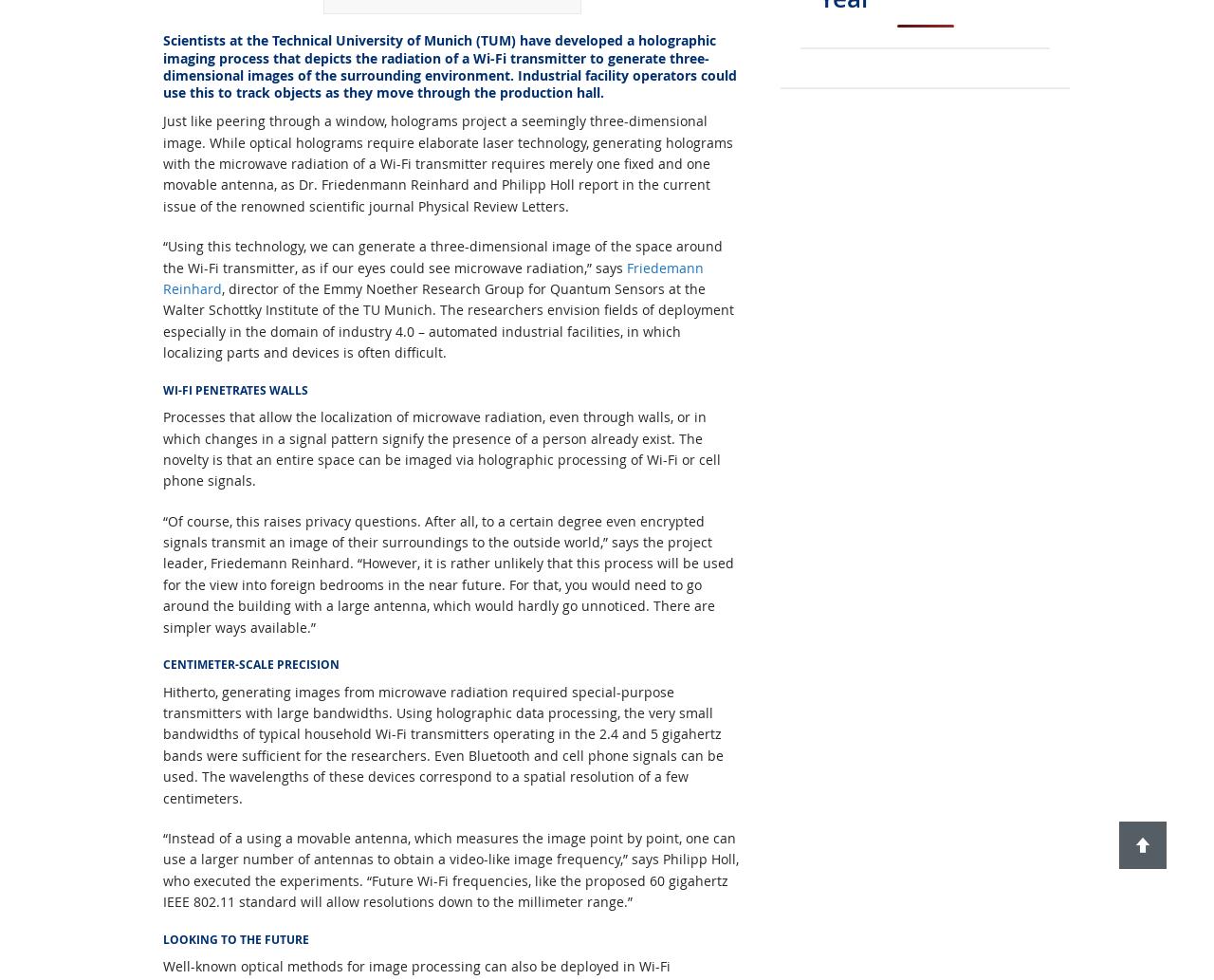 The width and height of the screenshot is (1214, 980). I want to click on 'Hitherto, generating images from microwave radiation required special-purpose transmitters with large bandwidths. Using holographic data processing, the very small bandwidths of typical household Wi-Fi transmitters operating in the 2.4 and 5 gigahertz bands were sufficient for the researchers. Even Bluetooth and cell phone signals can be used. The wavelengths of these devices correspond to a spatial resolution of a few centimeters.', so click(442, 744).